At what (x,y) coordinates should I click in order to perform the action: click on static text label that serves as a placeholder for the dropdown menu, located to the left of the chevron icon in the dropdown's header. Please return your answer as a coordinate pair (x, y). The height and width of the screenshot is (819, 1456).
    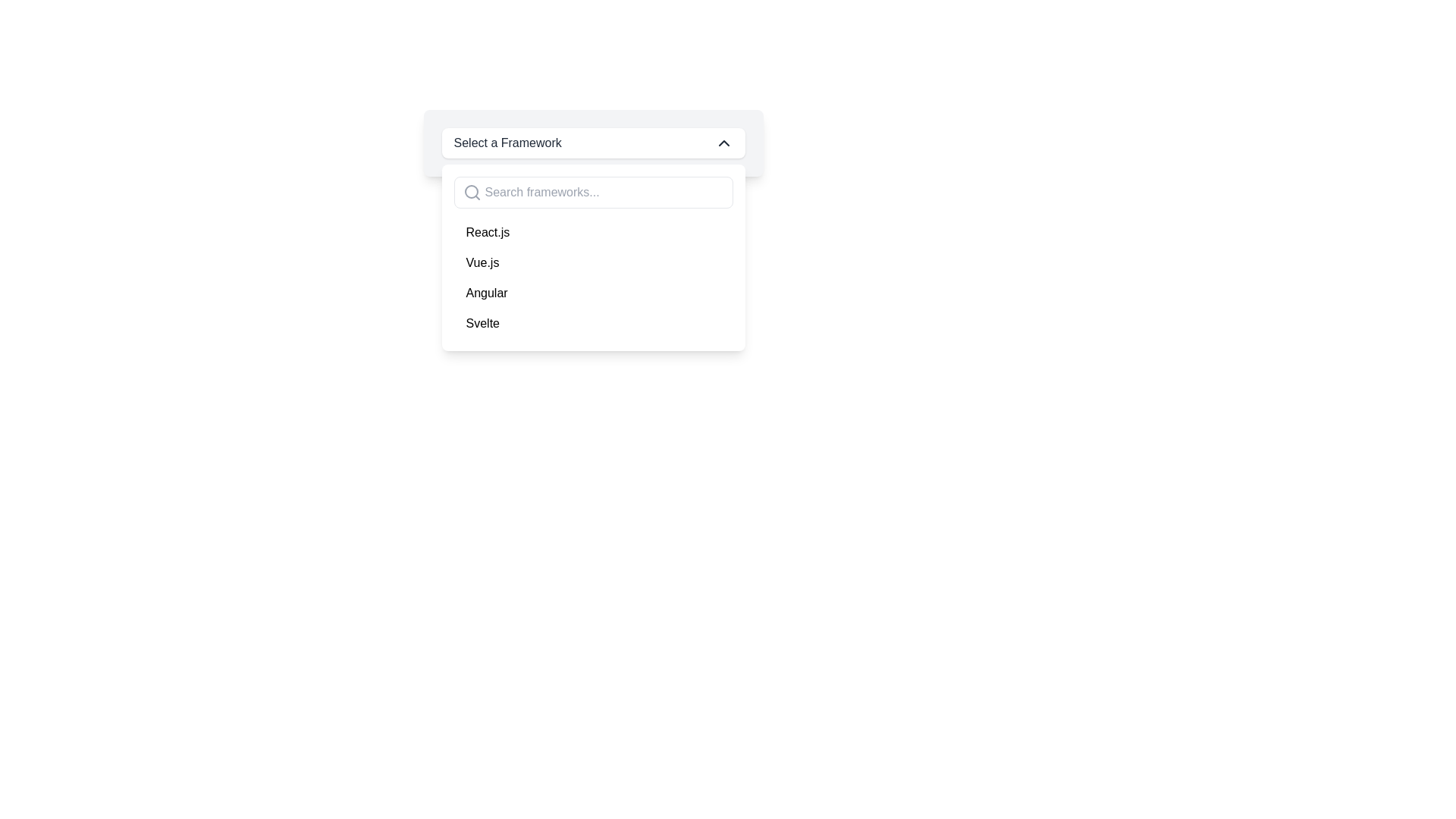
    Looking at the image, I should click on (507, 143).